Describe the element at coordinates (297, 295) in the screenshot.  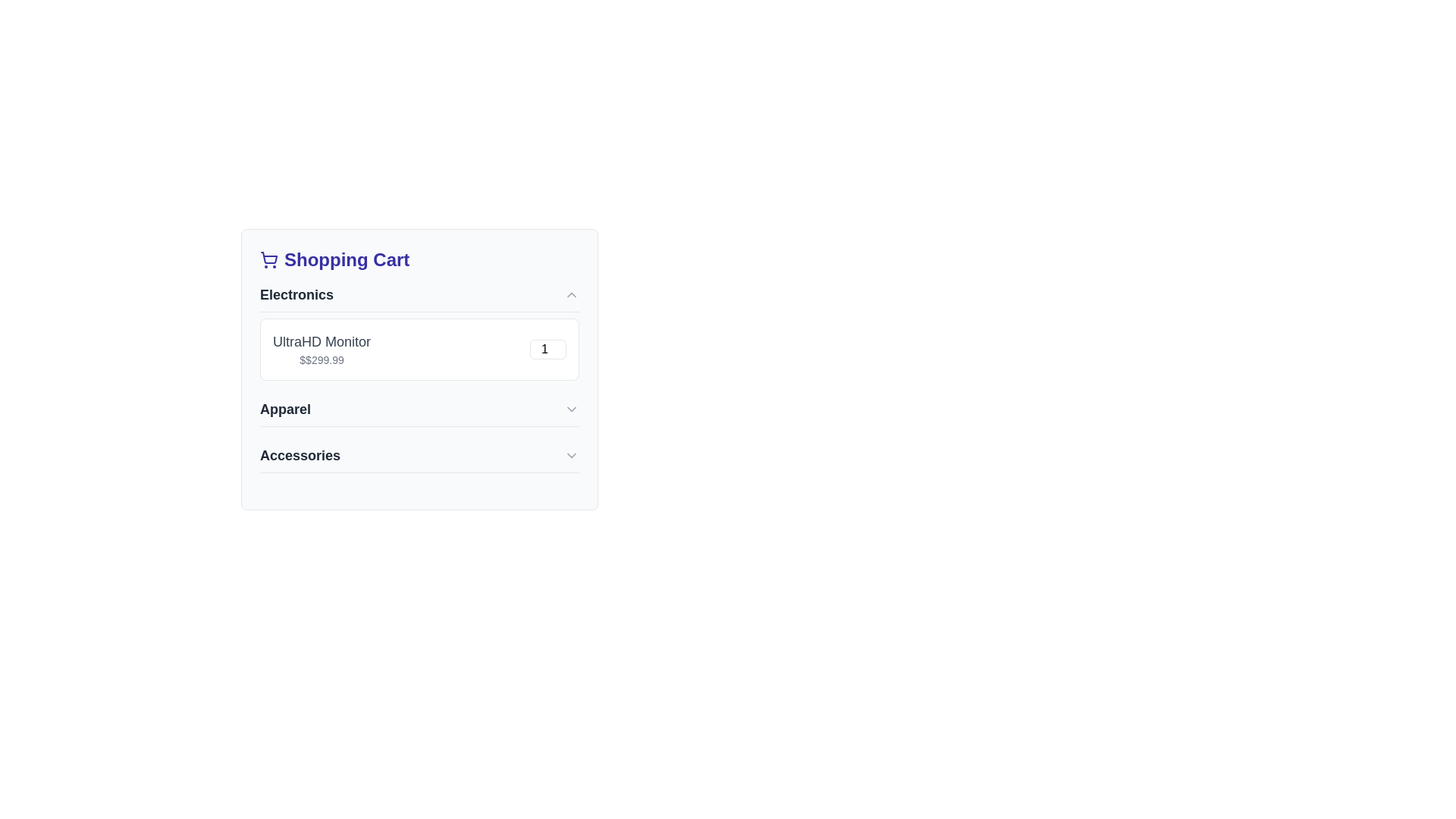
I see `the 'Electronics' text label, which is a large, bold, dark gray font element positioned under the 'Shopping Cart' header` at that location.